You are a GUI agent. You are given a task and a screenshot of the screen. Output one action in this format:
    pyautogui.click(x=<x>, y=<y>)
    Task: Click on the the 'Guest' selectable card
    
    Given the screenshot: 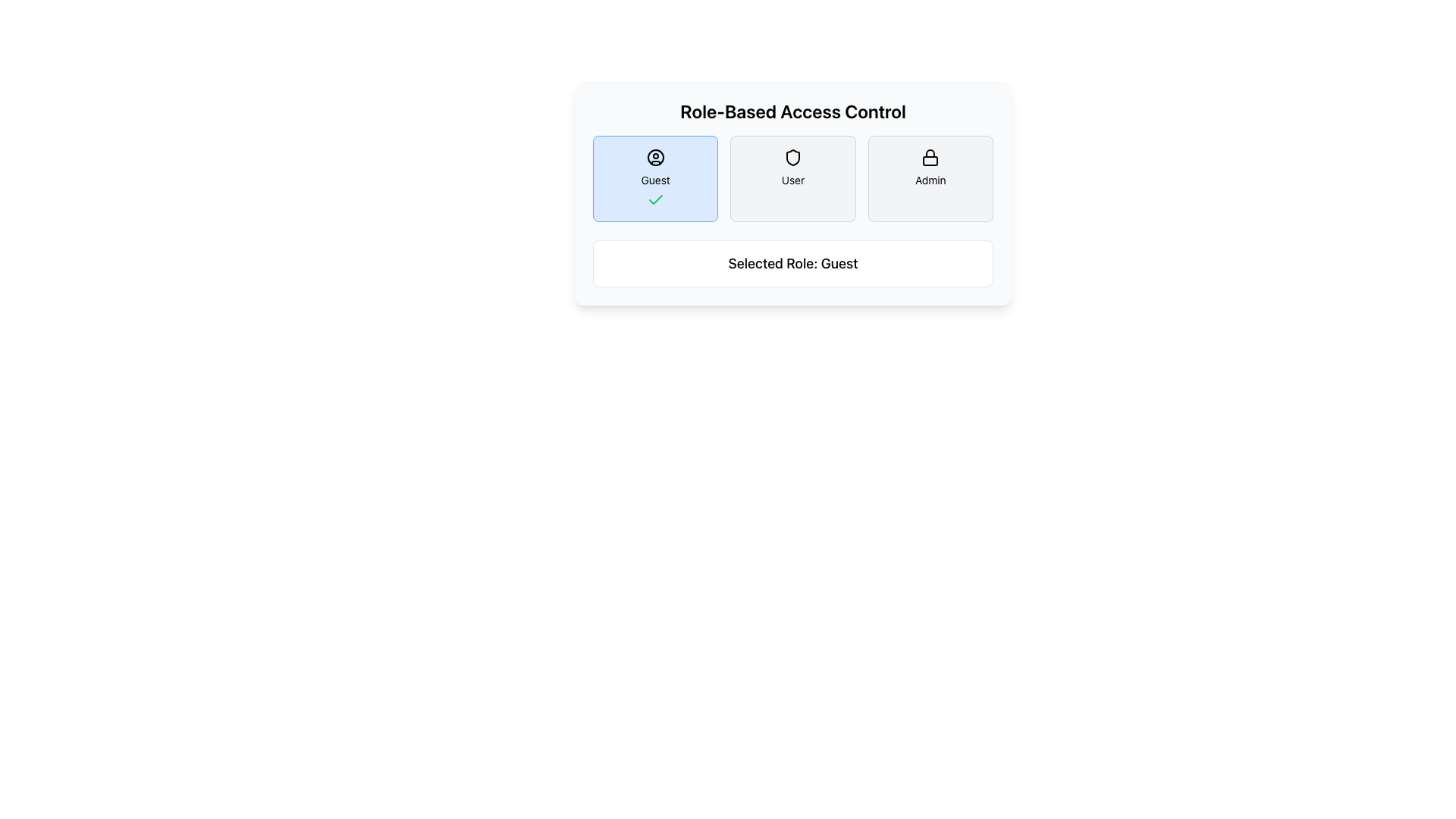 What is the action you would take?
    pyautogui.click(x=655, y=177)
    